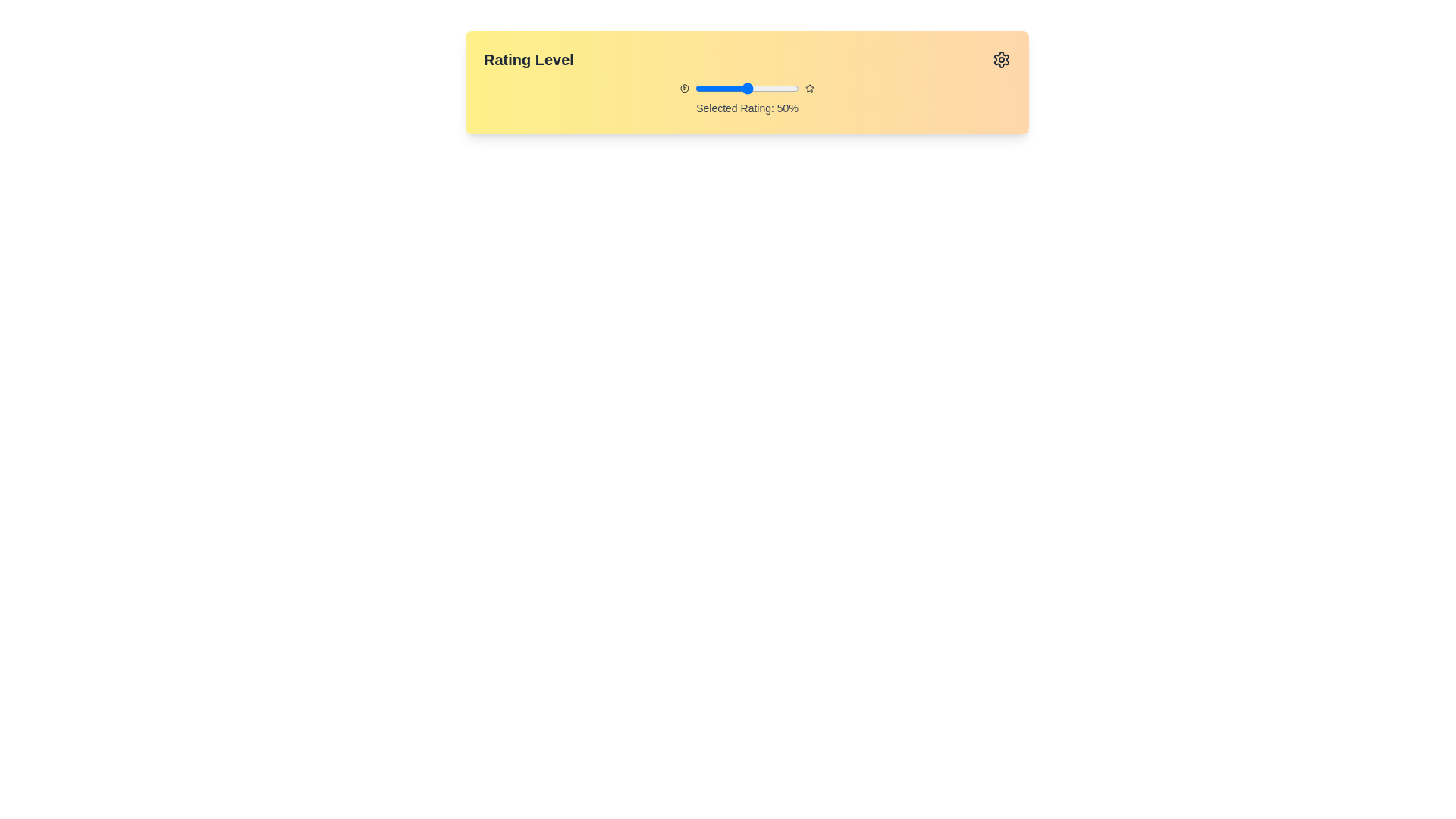  I want to click on the slider, so click(733, 88).